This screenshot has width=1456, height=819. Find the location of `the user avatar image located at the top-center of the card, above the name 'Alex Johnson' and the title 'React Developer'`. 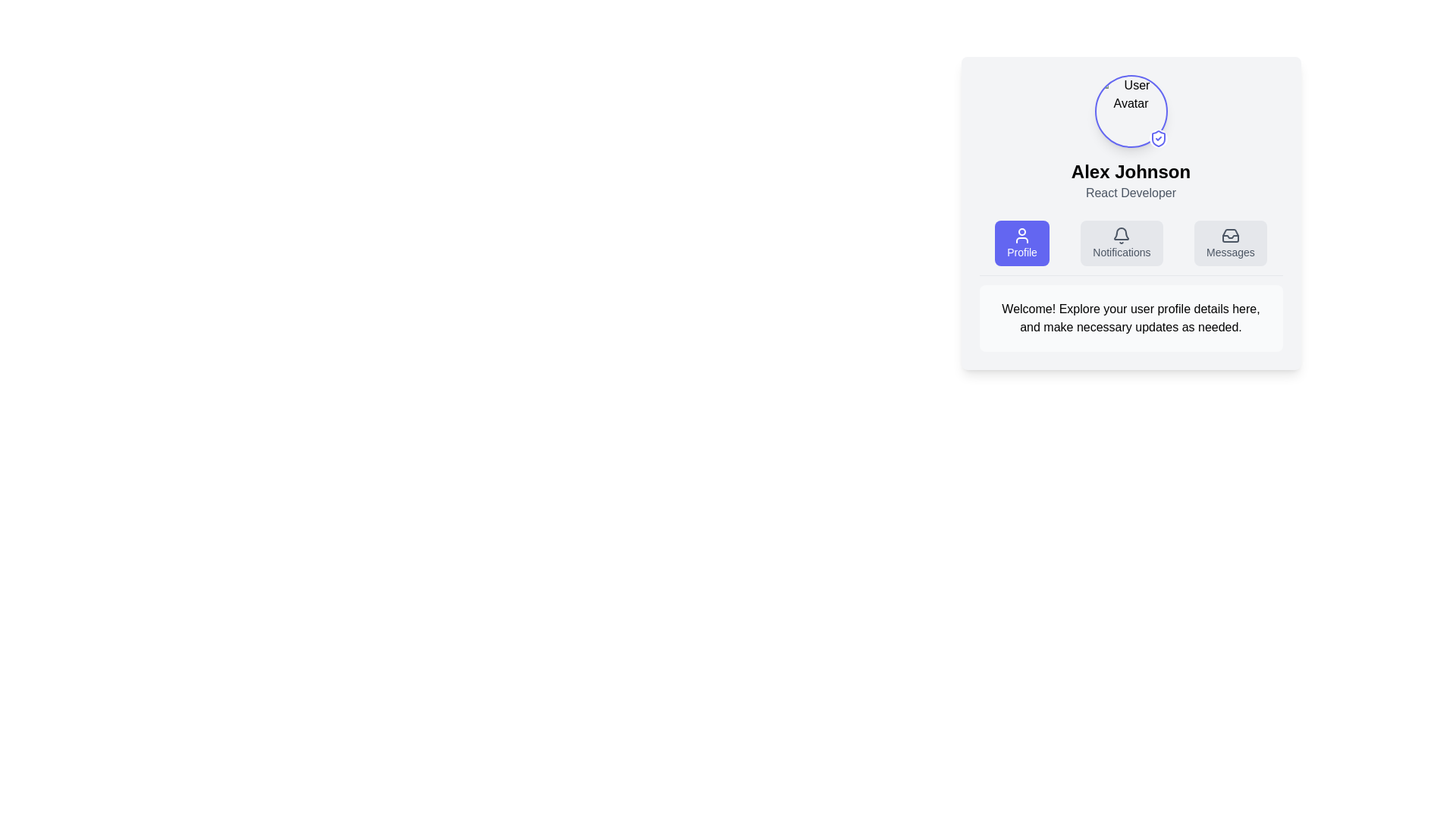

the user avatar image located at the top-center of the card, above the name 'Alex Johnson' and the title 'React Developer' is located at coordinates (1131, 110).